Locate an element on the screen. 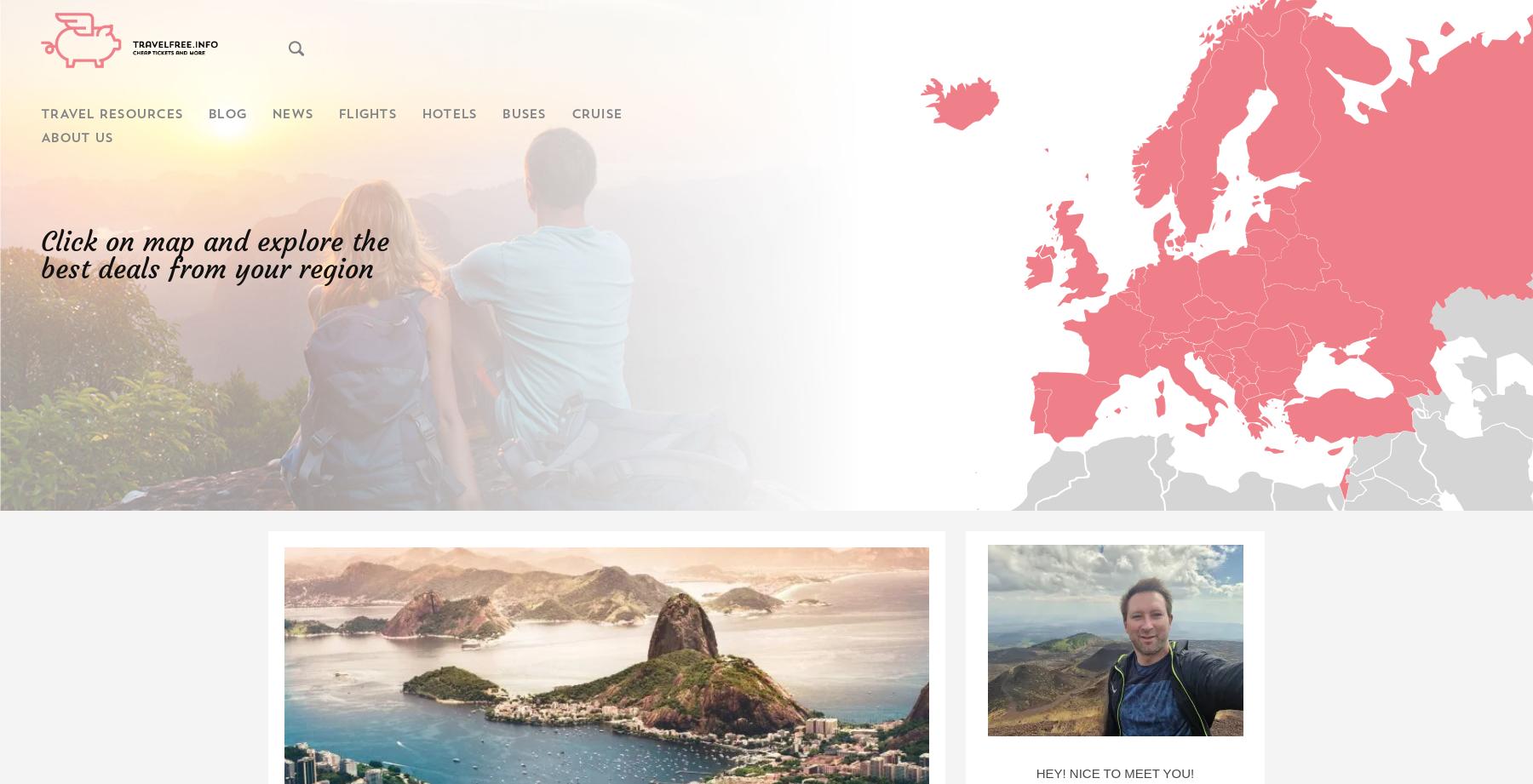 Image resolution: width=1533 pixels, height=784 pixels. 'Hotels' is located at coordinates (447, 115).